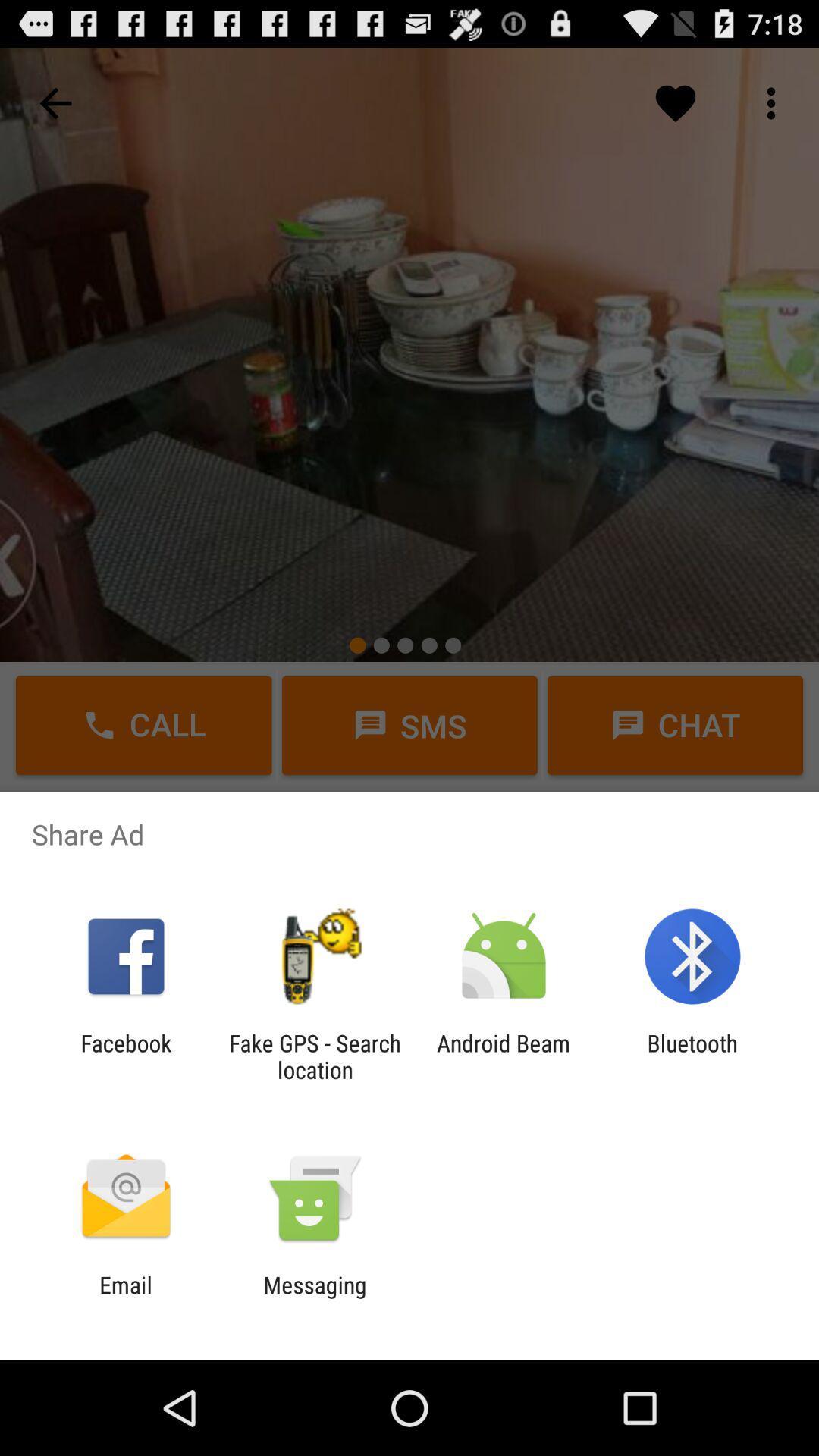 The width and height of the screenshot is (819, 1456). What do you see at coordinates (125, 1056) in the screenshot?
I see `the facebook` at bounding box center [125, 1056].